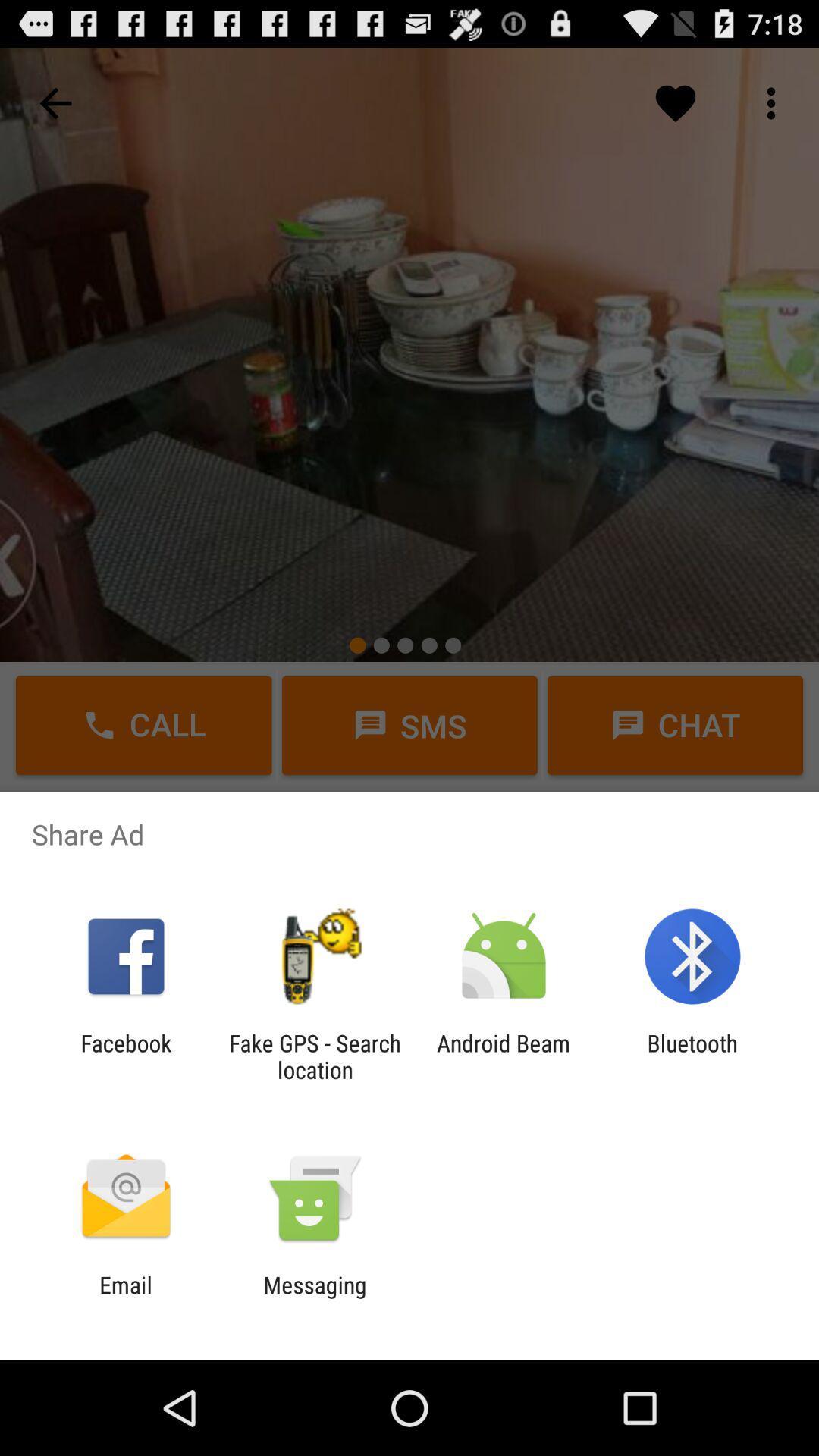 The width and height of the screenshot is (819, 1456). What do you see at coordinates (125, 1056) in the screenshot?
I see `the facebook` at bounding box center [125, 1056].